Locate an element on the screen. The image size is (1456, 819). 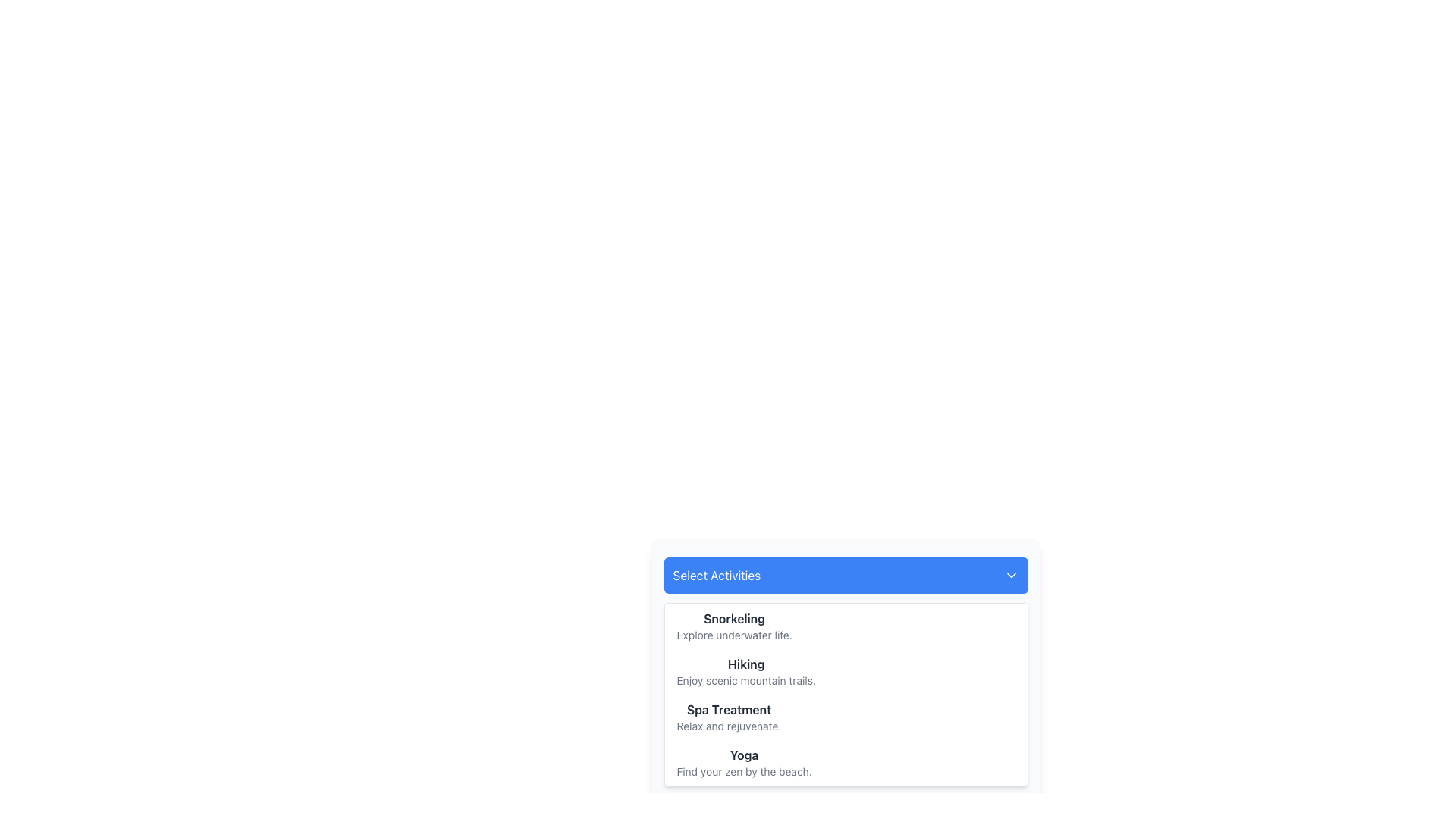
the static text that describes the 'Spa Treatment' option, located directly beneath the 'Spa Treatment' text in the dropdown list under 'Select Activities.' is located at coordinates (729, 725).